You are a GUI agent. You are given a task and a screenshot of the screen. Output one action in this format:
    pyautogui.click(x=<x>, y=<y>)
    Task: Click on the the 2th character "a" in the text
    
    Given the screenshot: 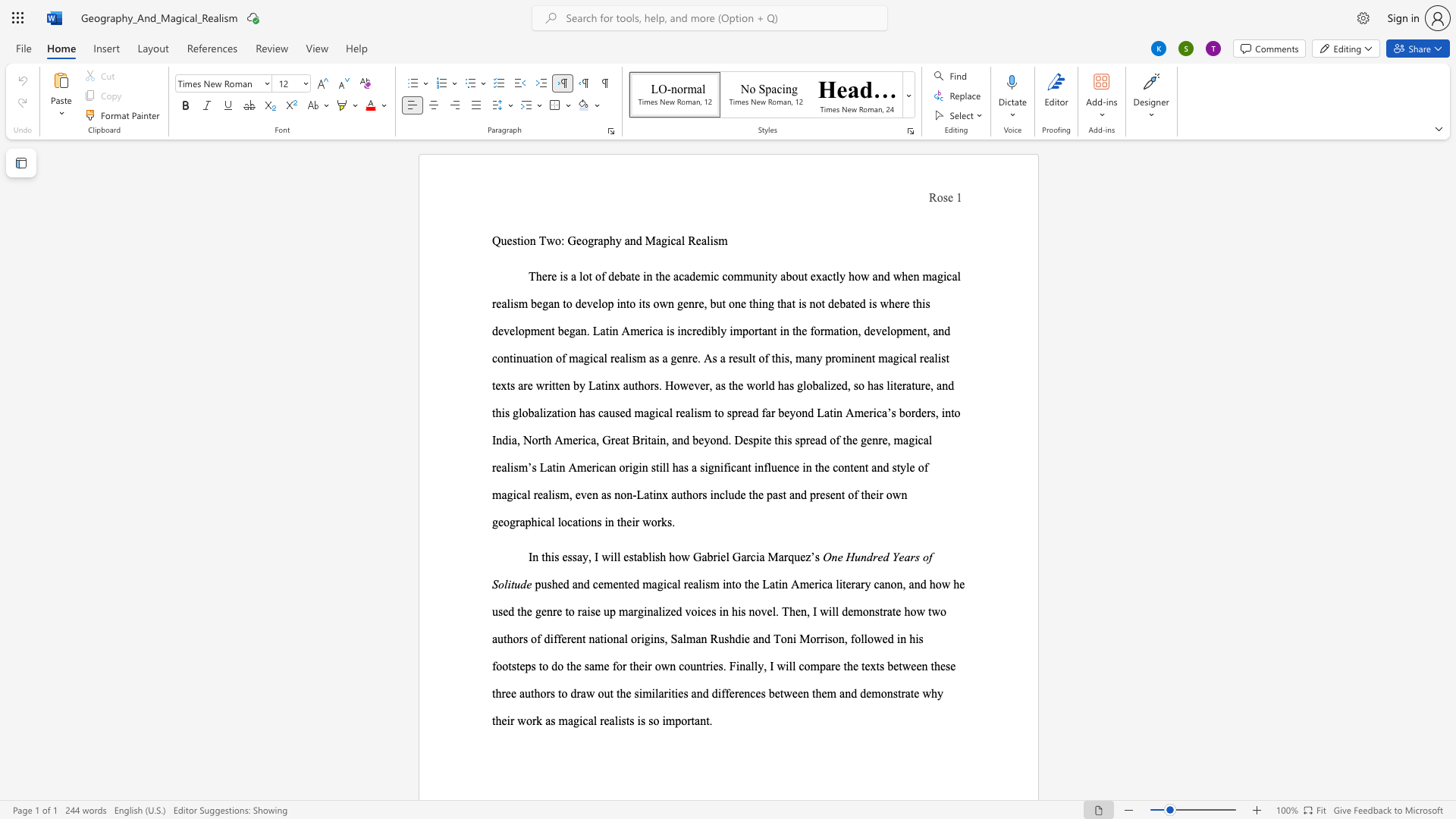 What is the action you would take?
    pyautogui.click(x=743, y=557)
    